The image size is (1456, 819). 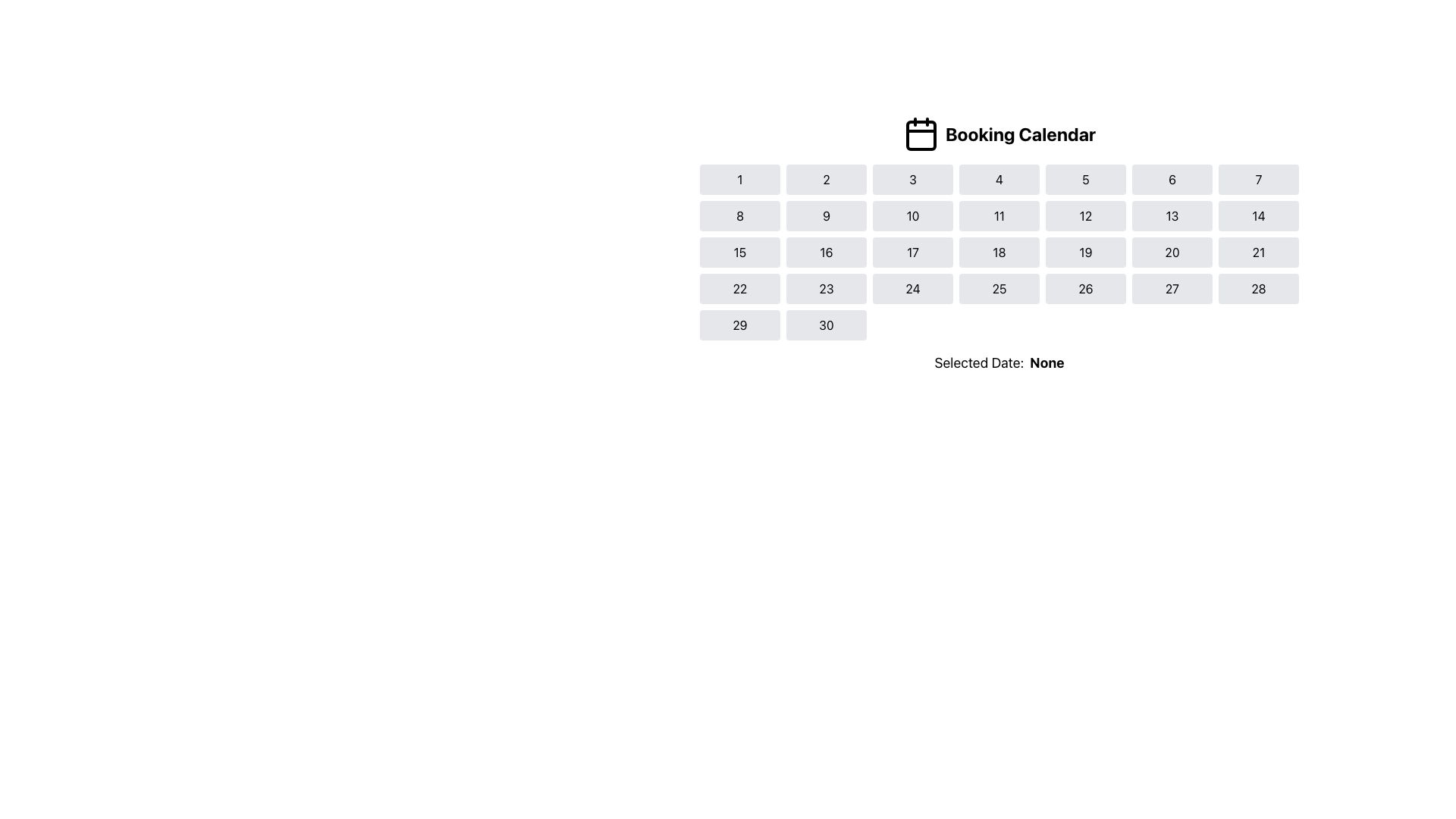 I want to click on the button labeled '13', which is a rounded rectangular button with a light gray background and black text, located in the second row and sixth column of the grid, so click(x=1171, y=216).